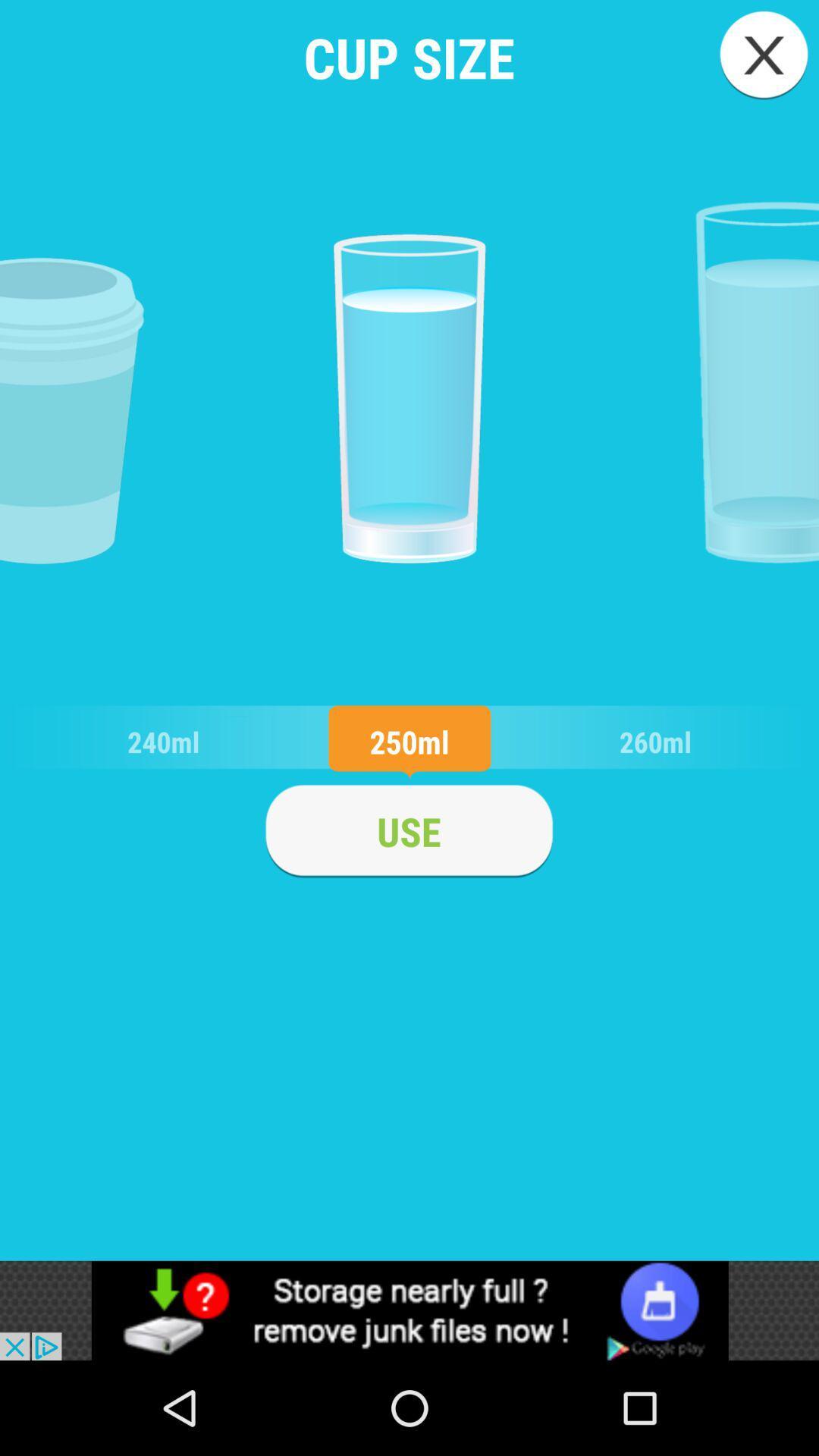  Describe the element at coordinates (408, 830) in the screenshot. I see `use this size cup` at that location.